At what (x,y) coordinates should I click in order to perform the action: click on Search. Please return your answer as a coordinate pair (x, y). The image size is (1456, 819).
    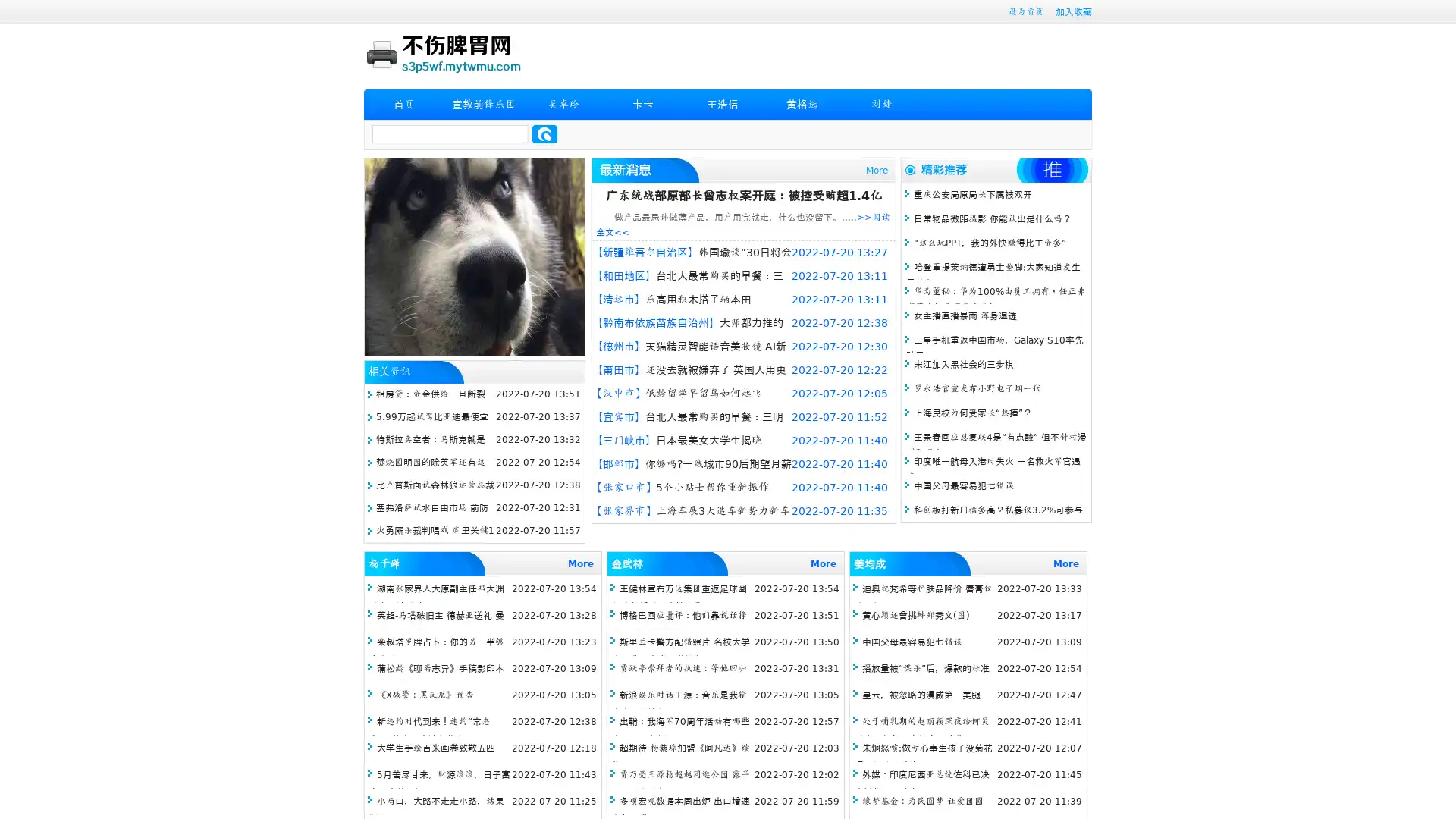
    Looking at the image, I should click on (544, 133).